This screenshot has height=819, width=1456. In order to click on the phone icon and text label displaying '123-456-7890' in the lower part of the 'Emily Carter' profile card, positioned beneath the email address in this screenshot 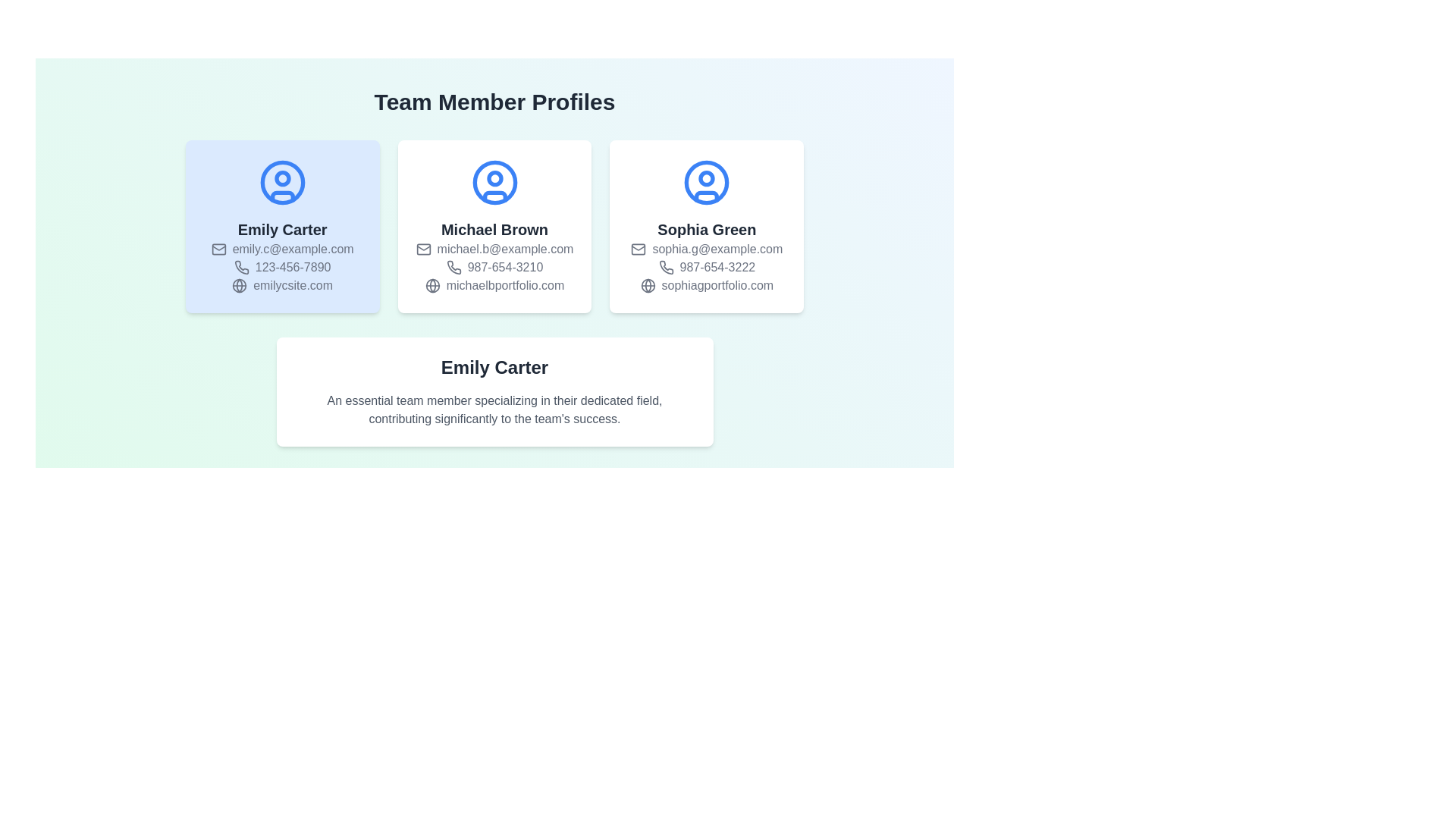, I will do `click(282, 267)`.